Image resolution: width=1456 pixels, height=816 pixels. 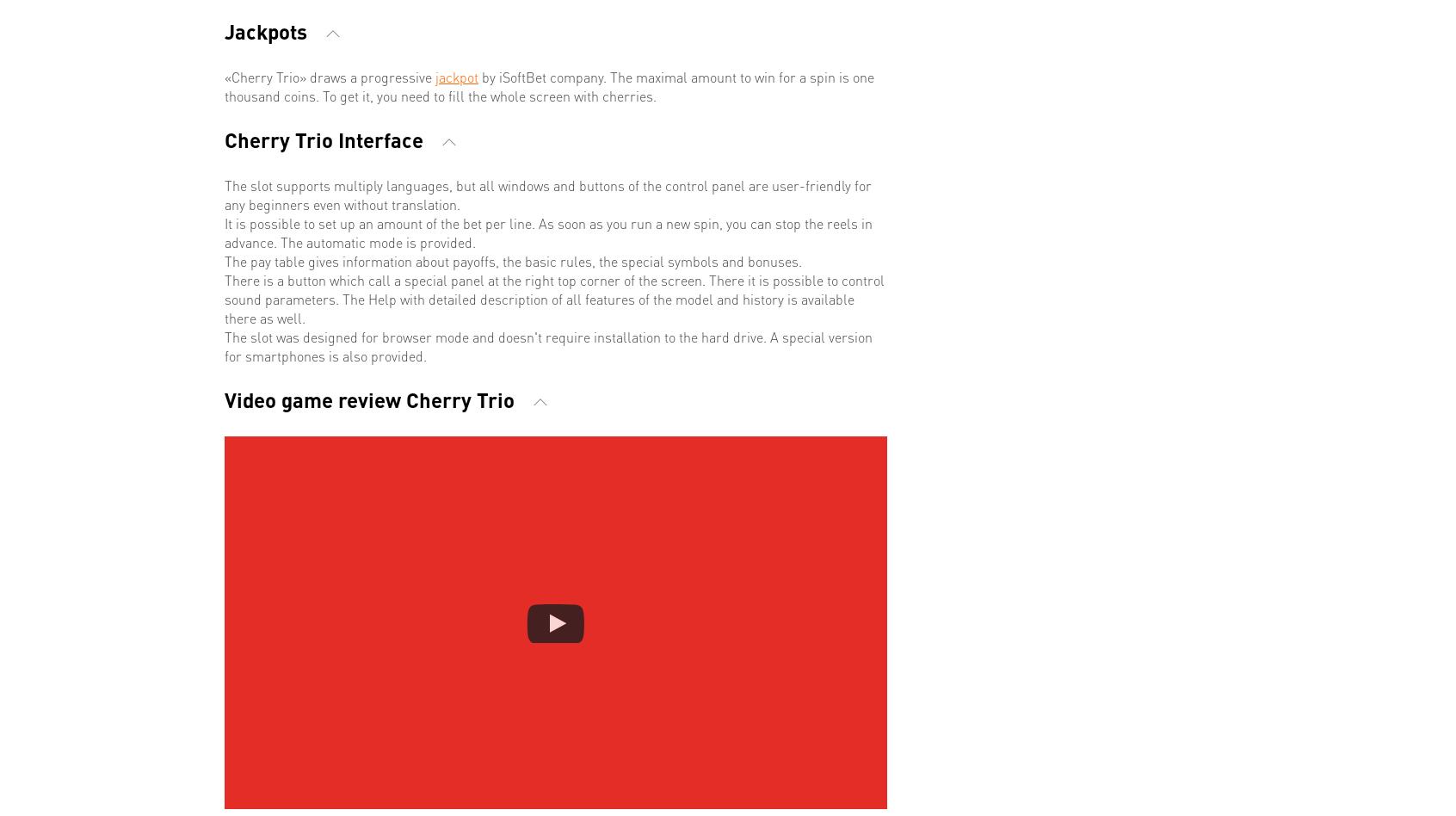 I want to click on 'It is possible to set up an amount of the bet per line. As soon as you run a new spin, you can stop the reels in advance. The automatic mode is provided.', so click(x=548, y=232).